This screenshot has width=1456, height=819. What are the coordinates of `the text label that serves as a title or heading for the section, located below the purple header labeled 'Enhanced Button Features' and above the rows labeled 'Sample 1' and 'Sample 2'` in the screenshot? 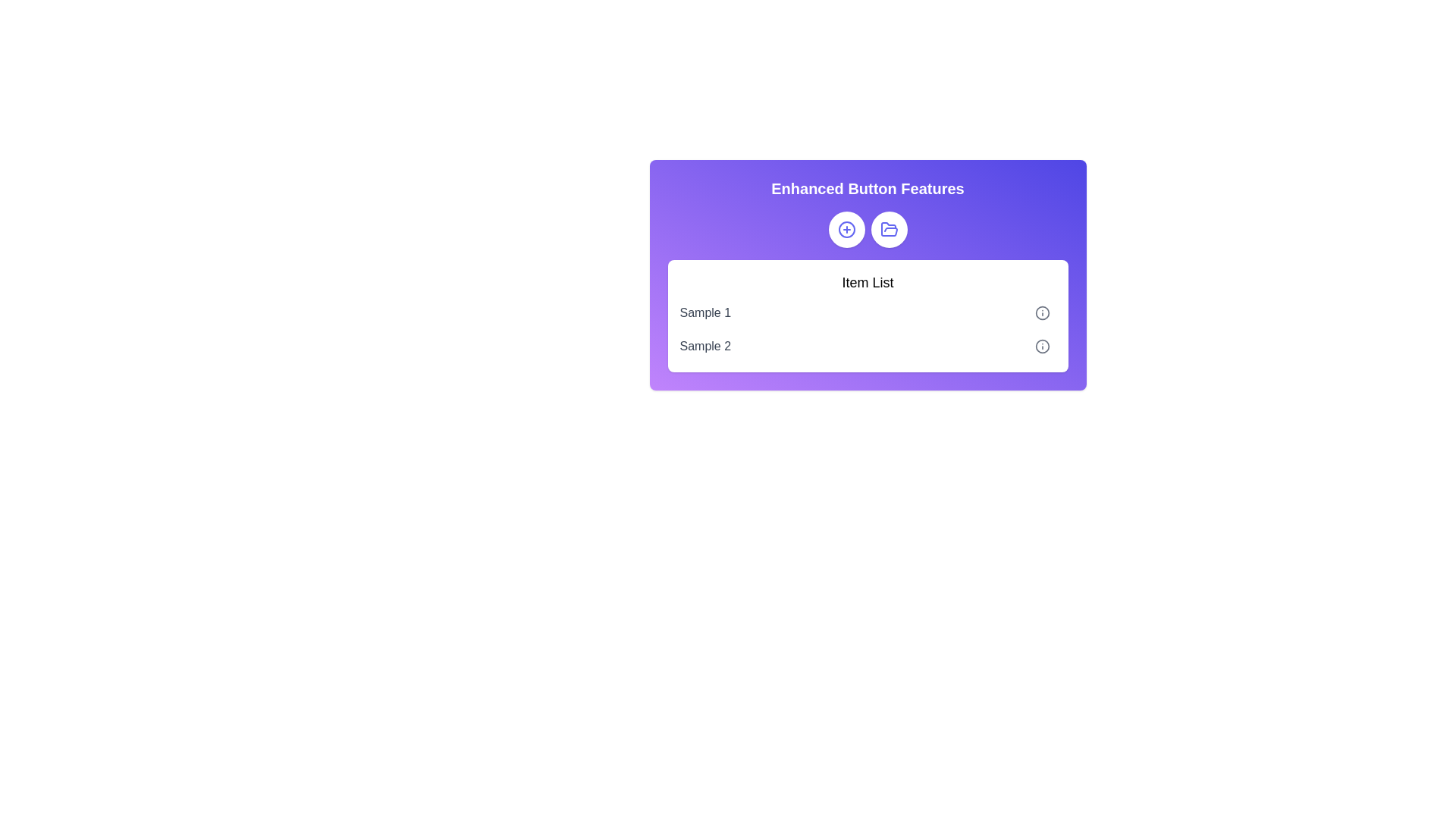 It's located at (868, 283).